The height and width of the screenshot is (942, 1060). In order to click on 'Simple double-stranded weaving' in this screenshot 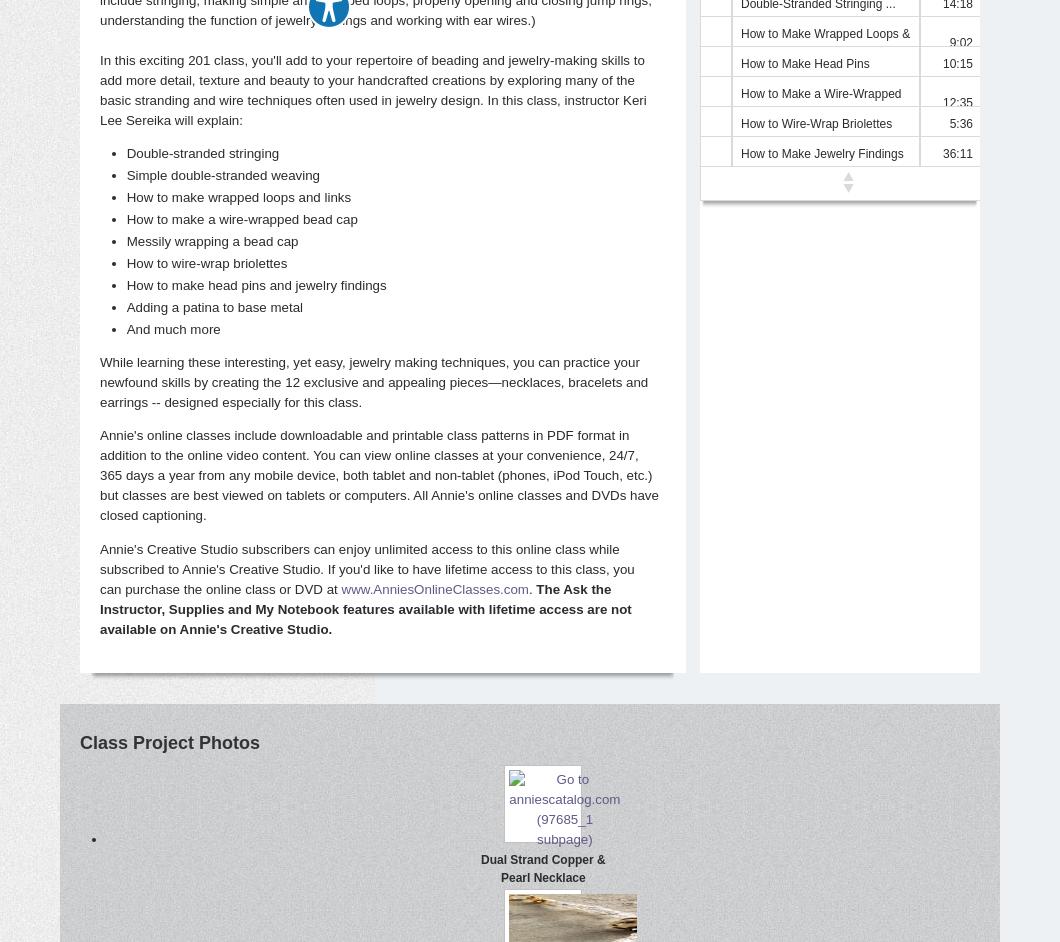, I will do `click(222, 173)`.